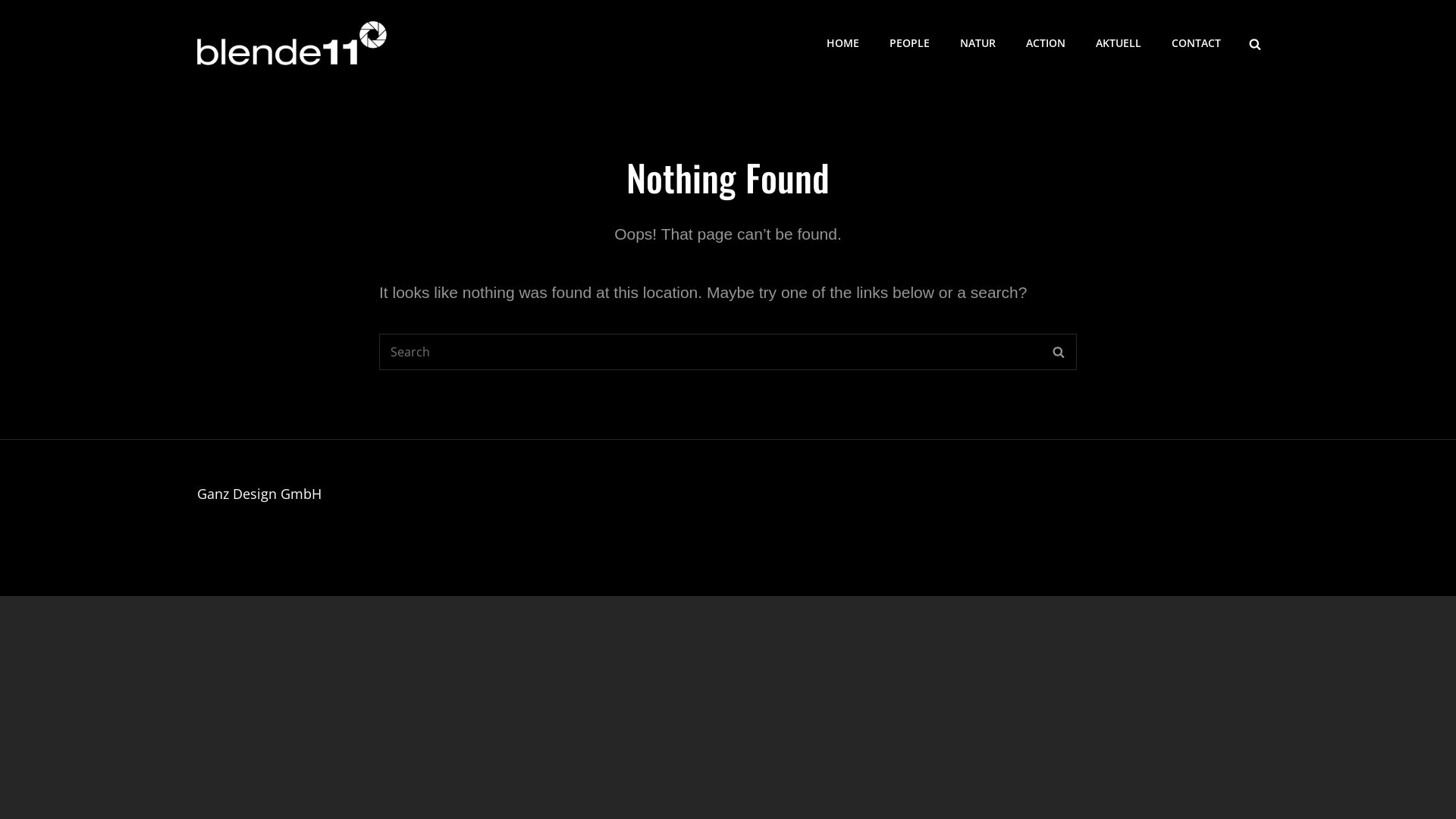  What do you see at coordinates (259, 494) in the screenshot?
I see `'Ganz Design GmbH'` at bounding box center [259, 494].